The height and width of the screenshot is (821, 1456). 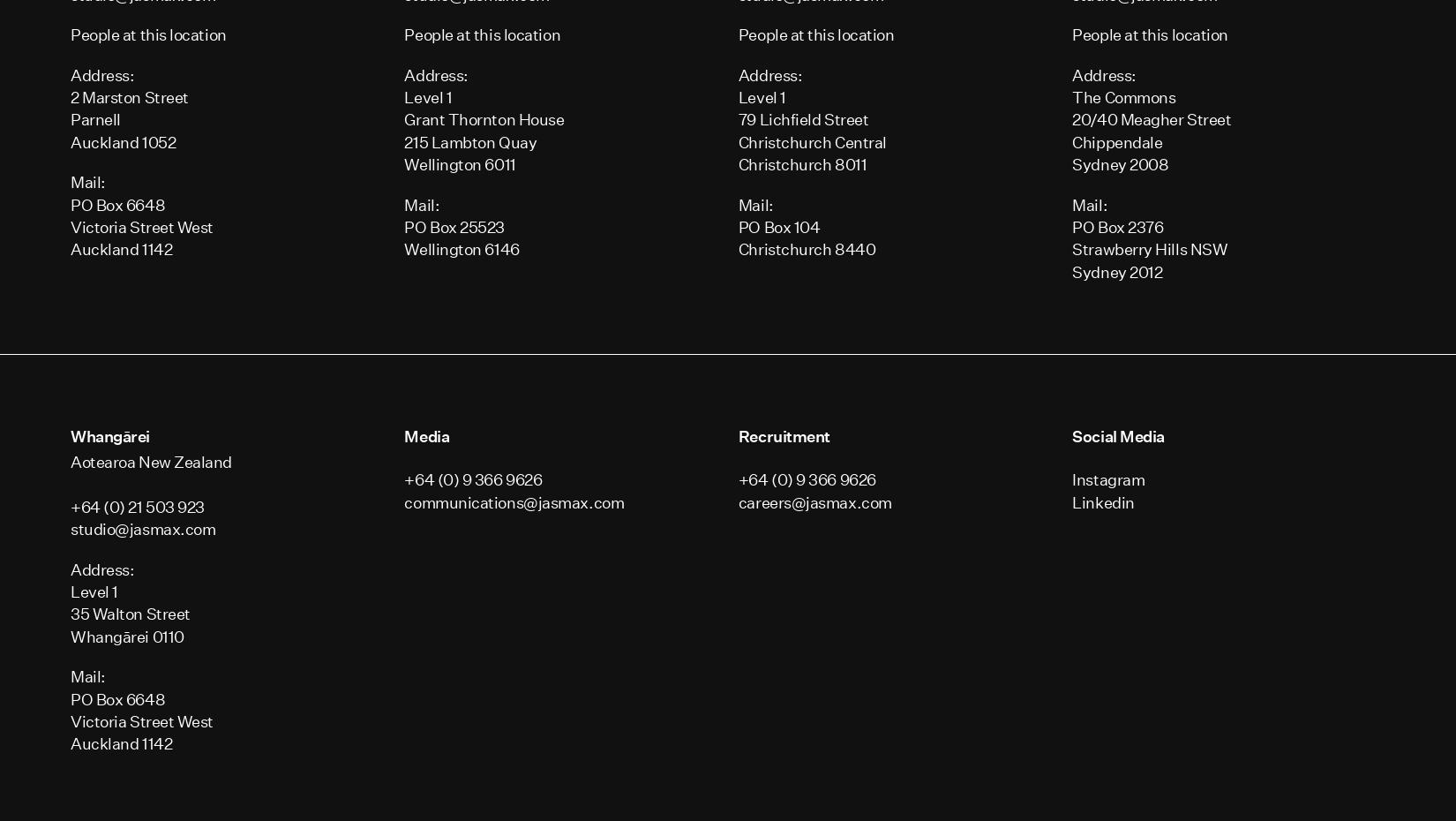 What do you see at coordinates (802, 119) in the screenshot?
I see `'79 Lichfield Street'` at bounding box center [802, 119].